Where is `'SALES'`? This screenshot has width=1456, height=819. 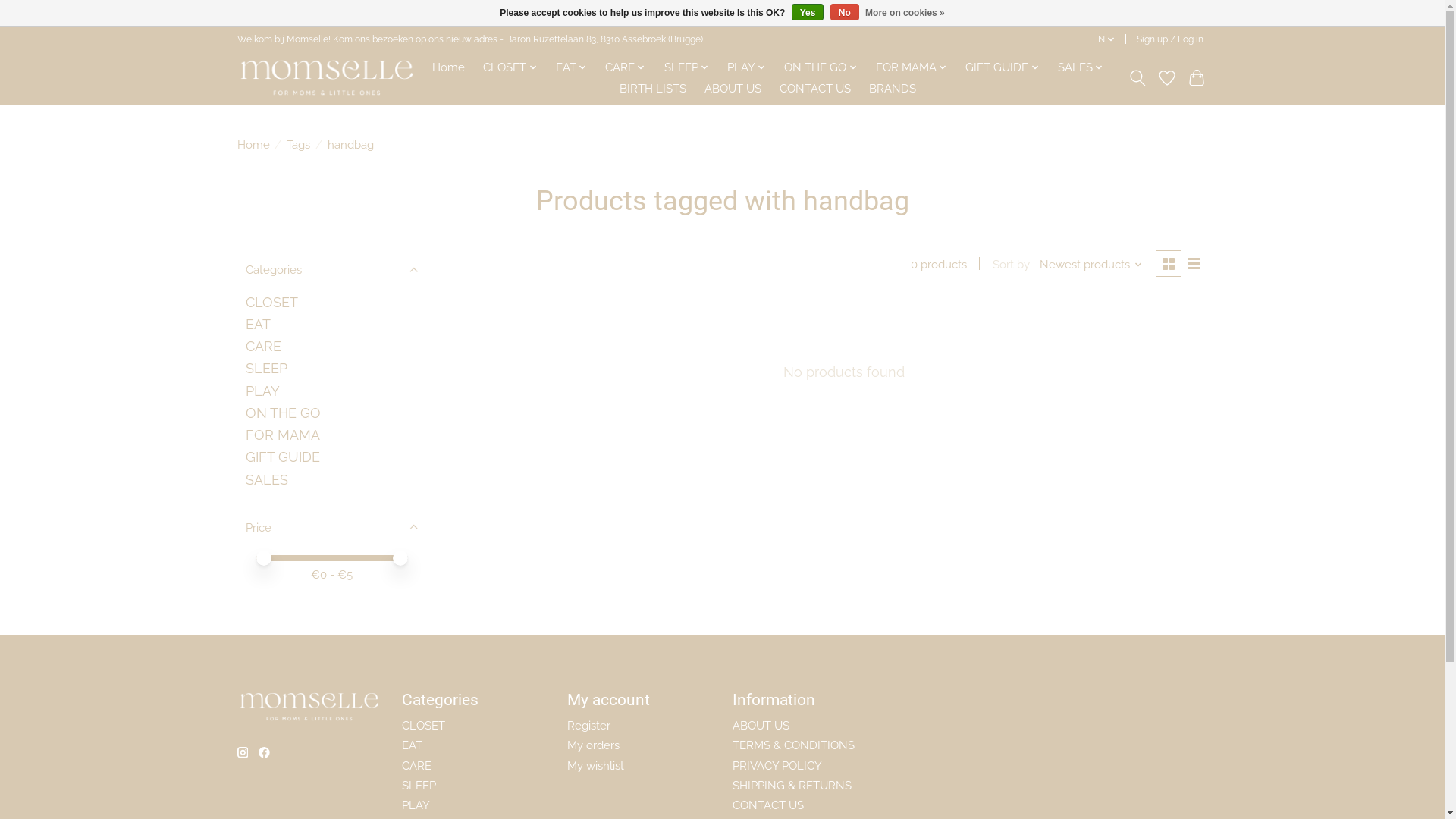
'SALES' is located at coordinates (1080, 66).